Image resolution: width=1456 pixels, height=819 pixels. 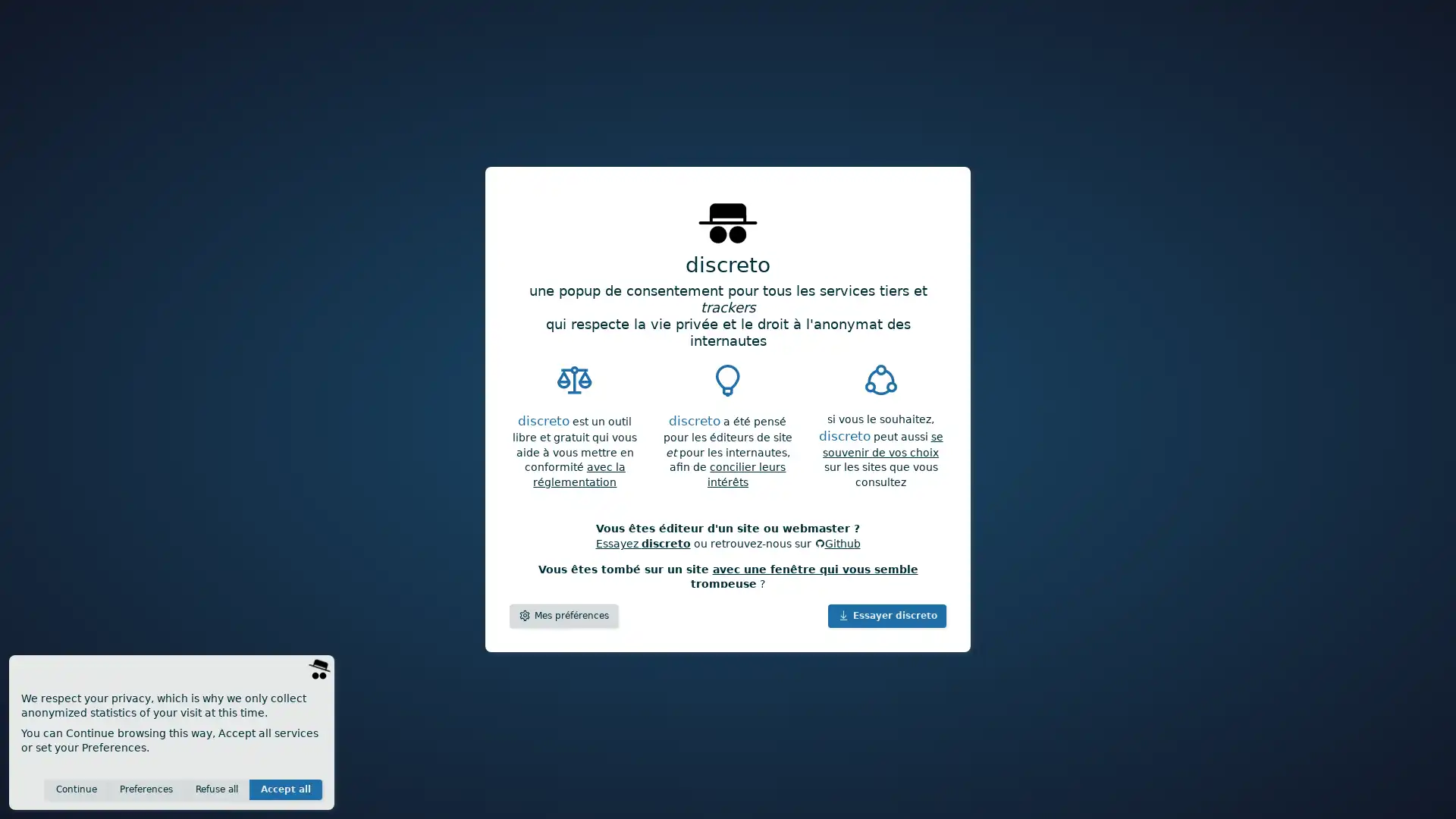 What do you see at coordinates (216, 789) in the screenshot?
I see `Refuse all` at bounding box center [216, 789].